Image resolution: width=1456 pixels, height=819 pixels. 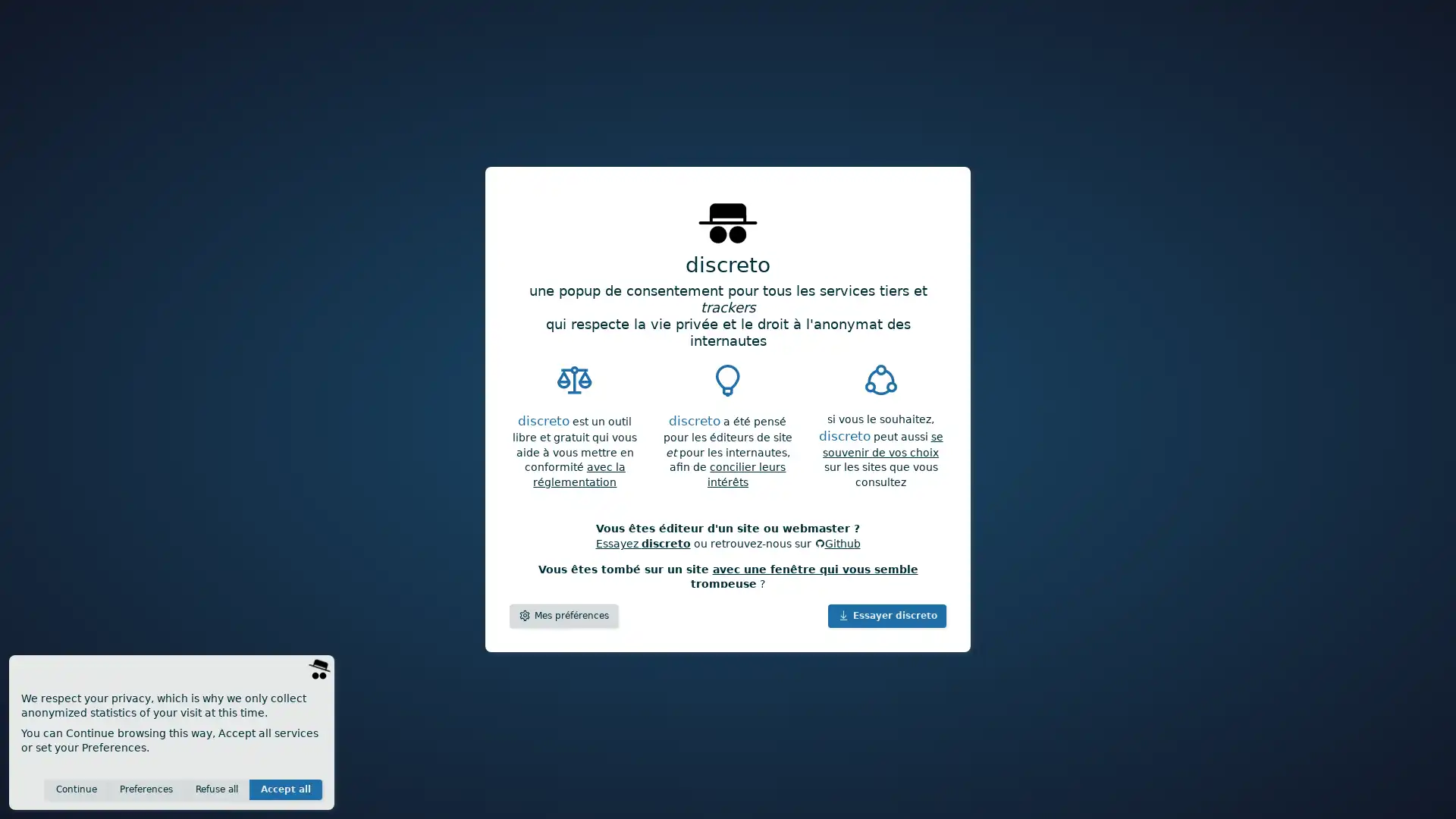 What do you see at coordinates (216, 789) in the screenshot?
I see `Refuse all` at bounding box center [216, 789].